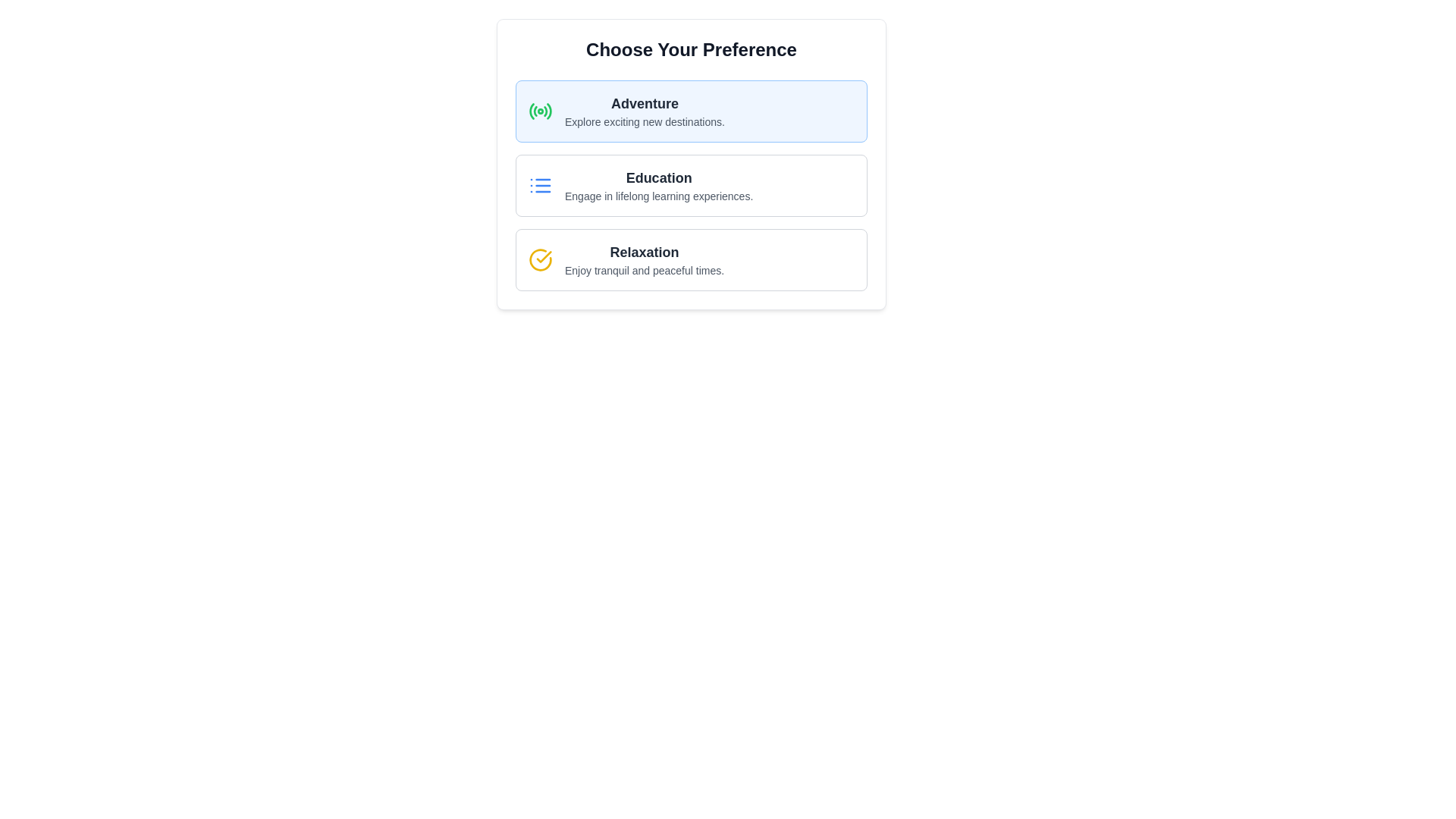  I want to click on the 'Education' option in the selectable list, so click(691, 185).